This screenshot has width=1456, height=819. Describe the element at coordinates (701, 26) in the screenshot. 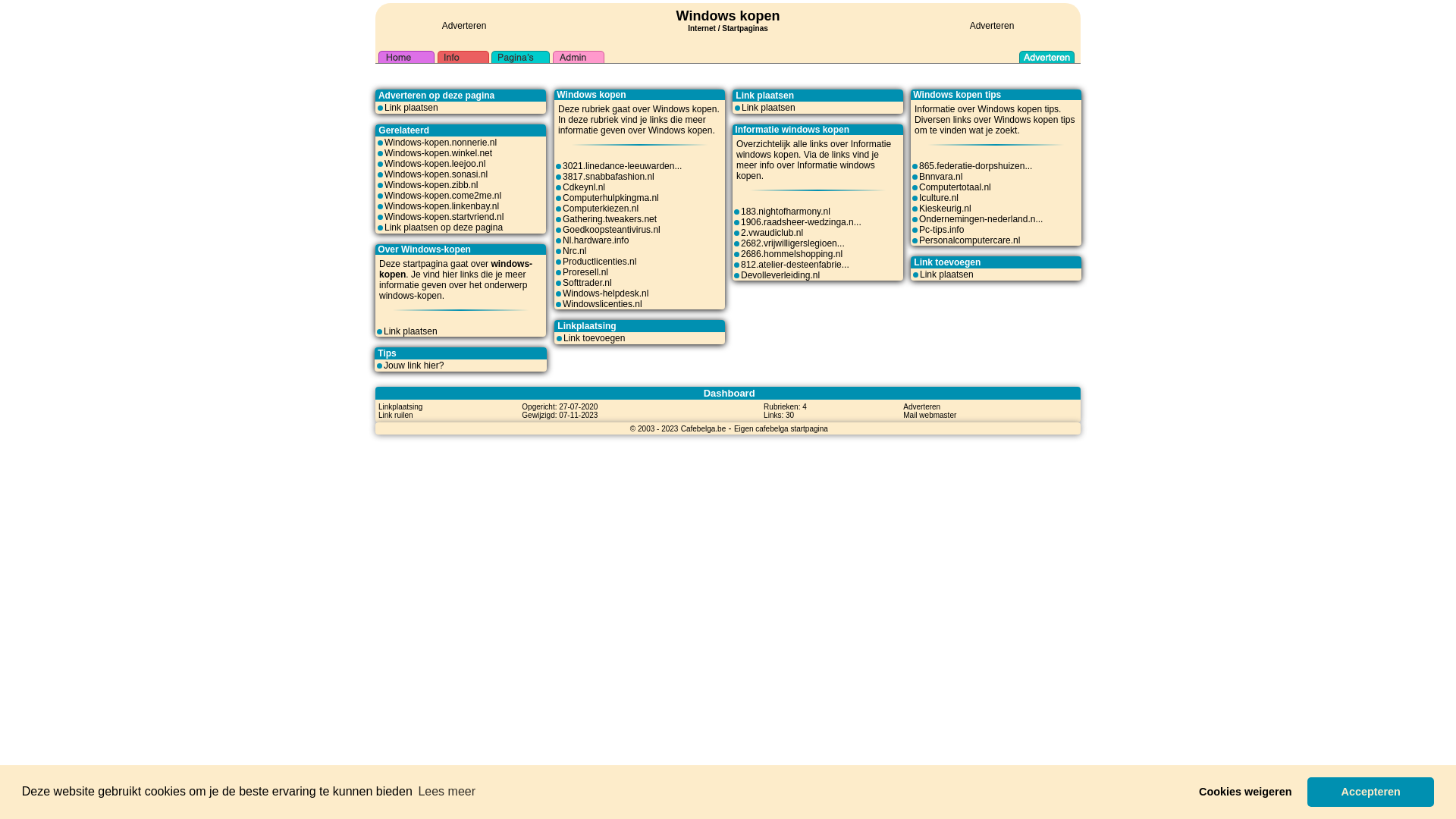

I see `'Internet'` at that location.